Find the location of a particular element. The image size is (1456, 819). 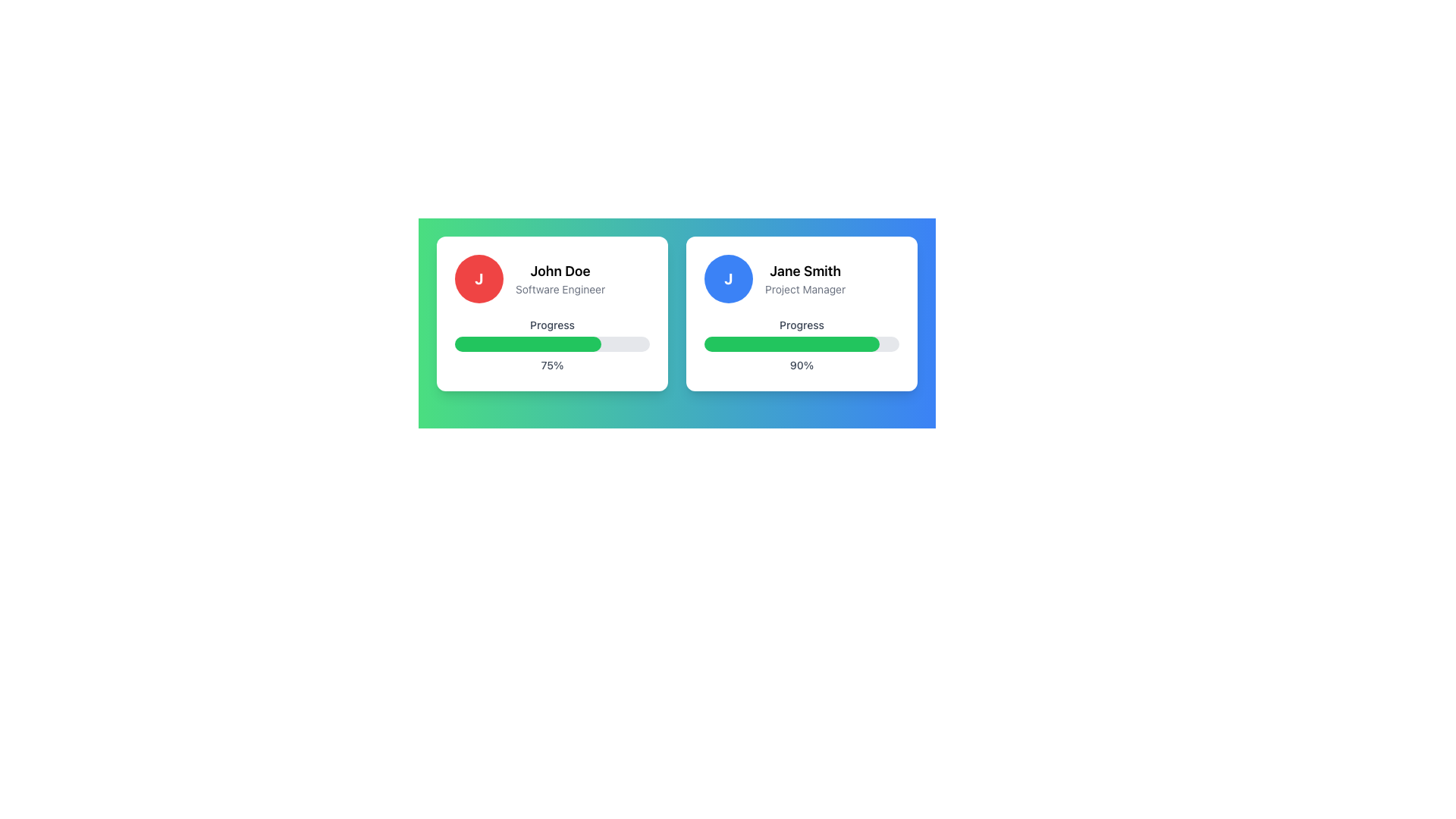

text display that serves as the name or identifier of the individual in the right profile card, located above the designation text 'Project Manager' is located at coordinates (805, 271).